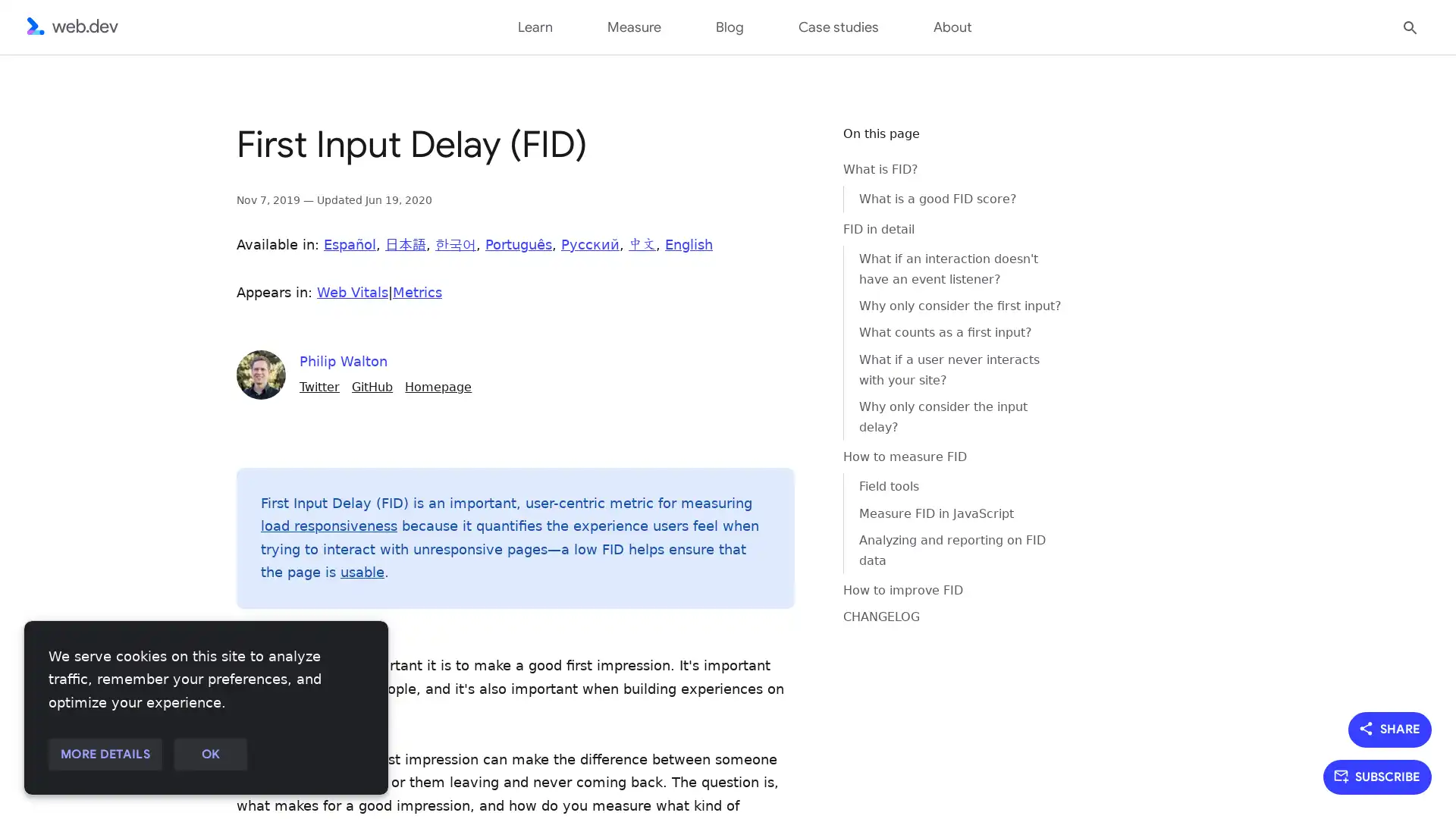 The width and height of the screenshot is (1456, 819). I want to click on Open search, so click(1410, 26).